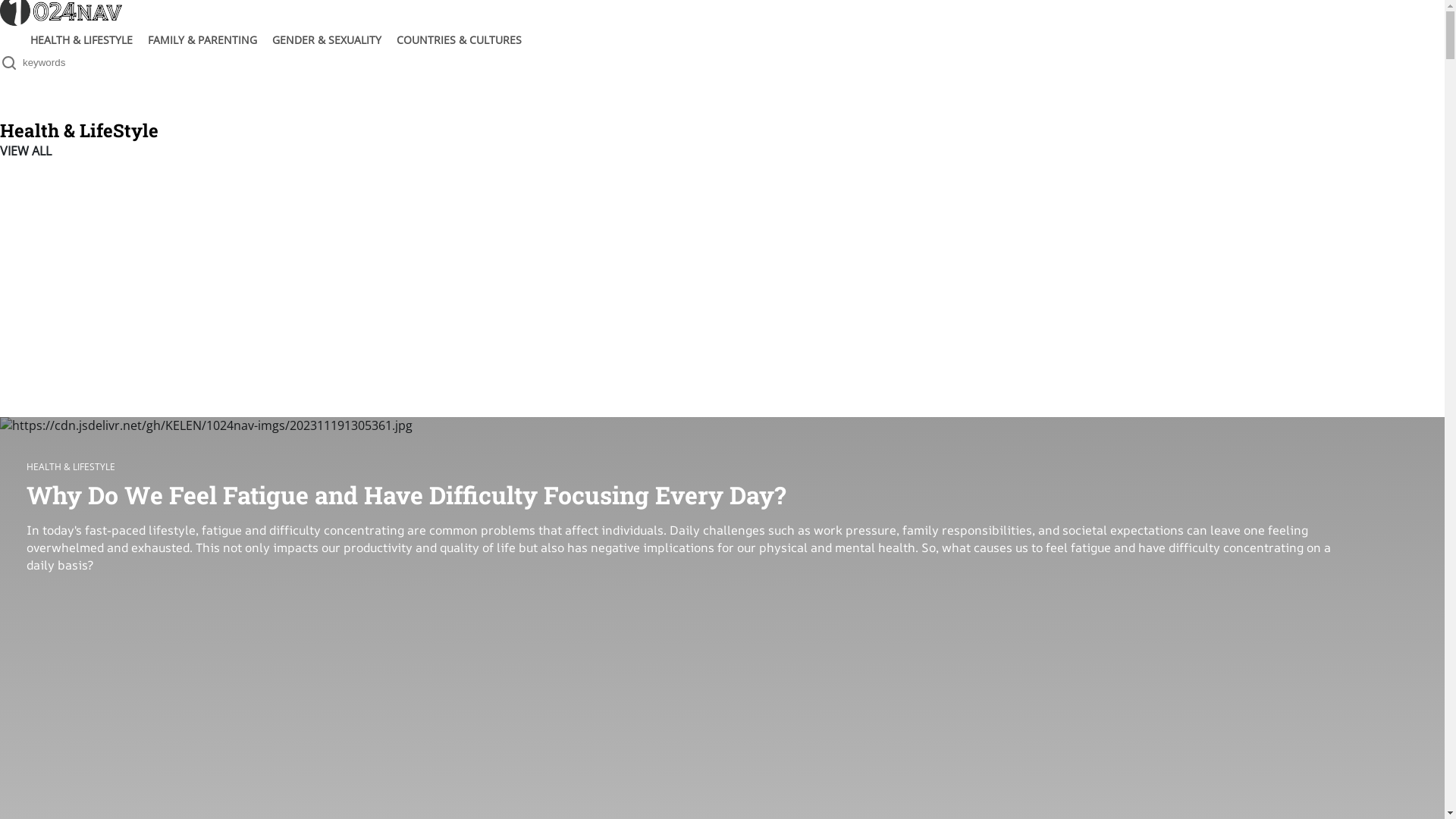  I want to click on 'GENDER & SEXUALITY', so click(326, 39).